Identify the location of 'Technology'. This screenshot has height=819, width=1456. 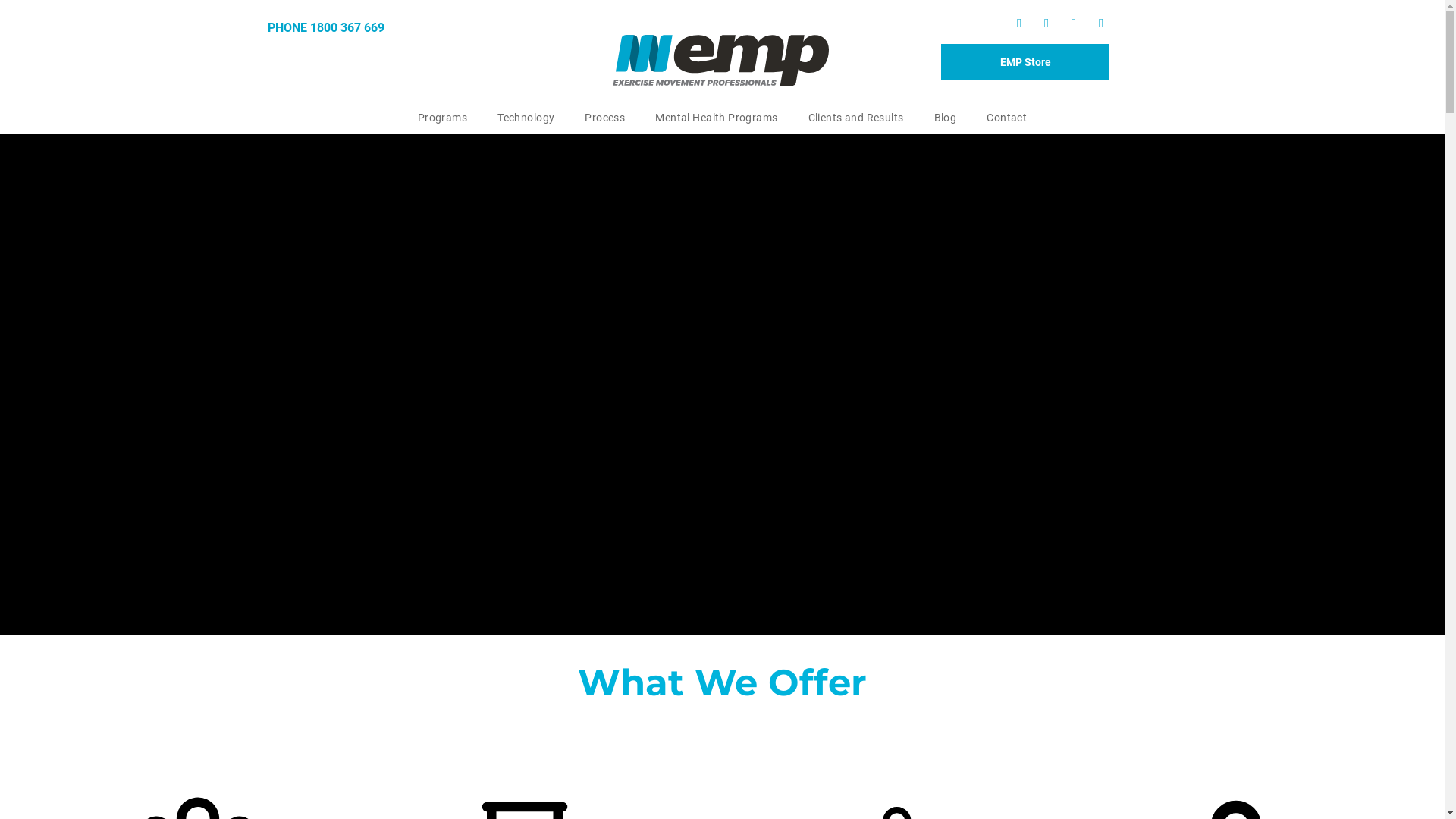
(526, 117).